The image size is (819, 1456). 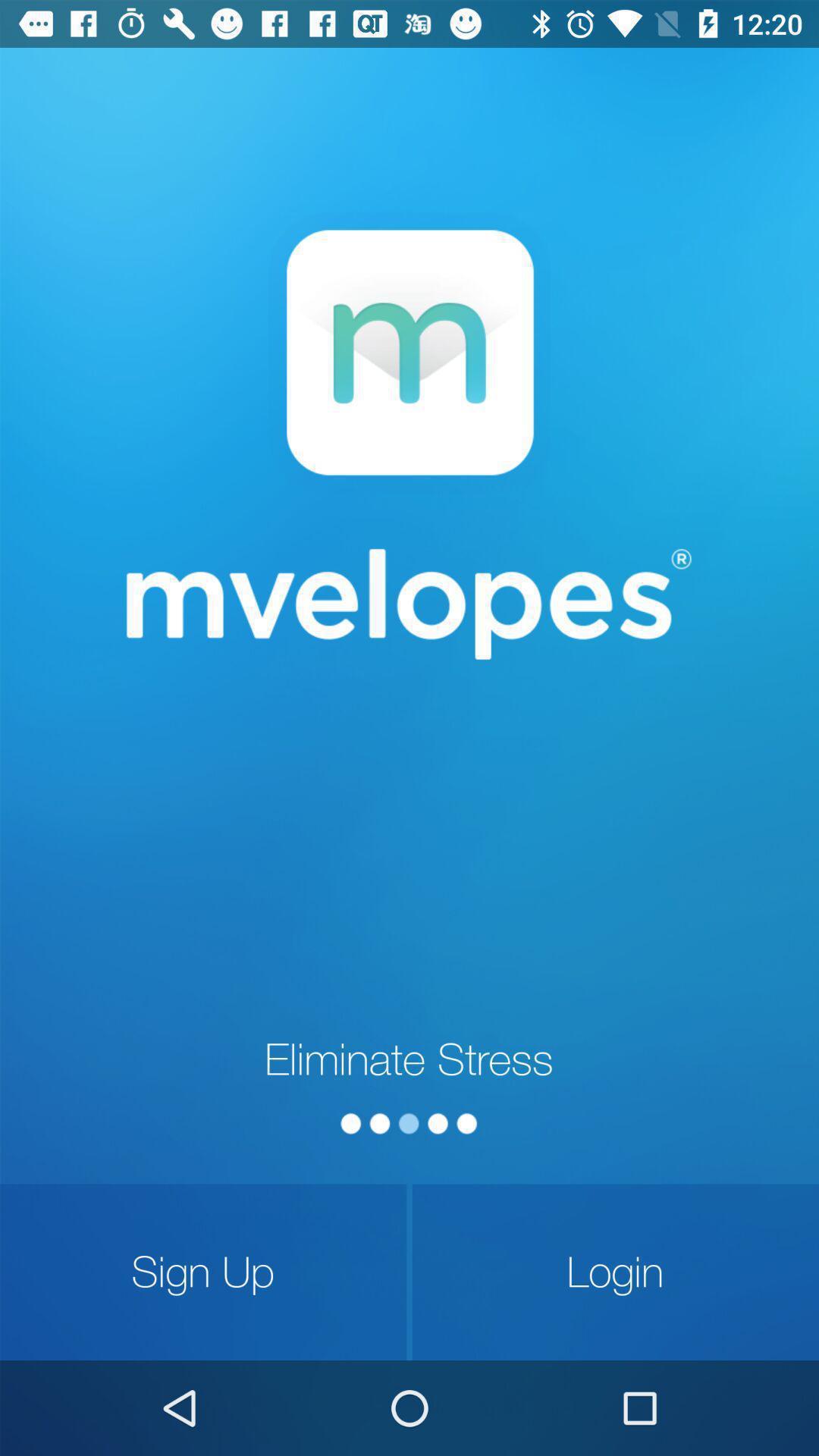 I want to click on login icon, so click(x=615, y=1272).